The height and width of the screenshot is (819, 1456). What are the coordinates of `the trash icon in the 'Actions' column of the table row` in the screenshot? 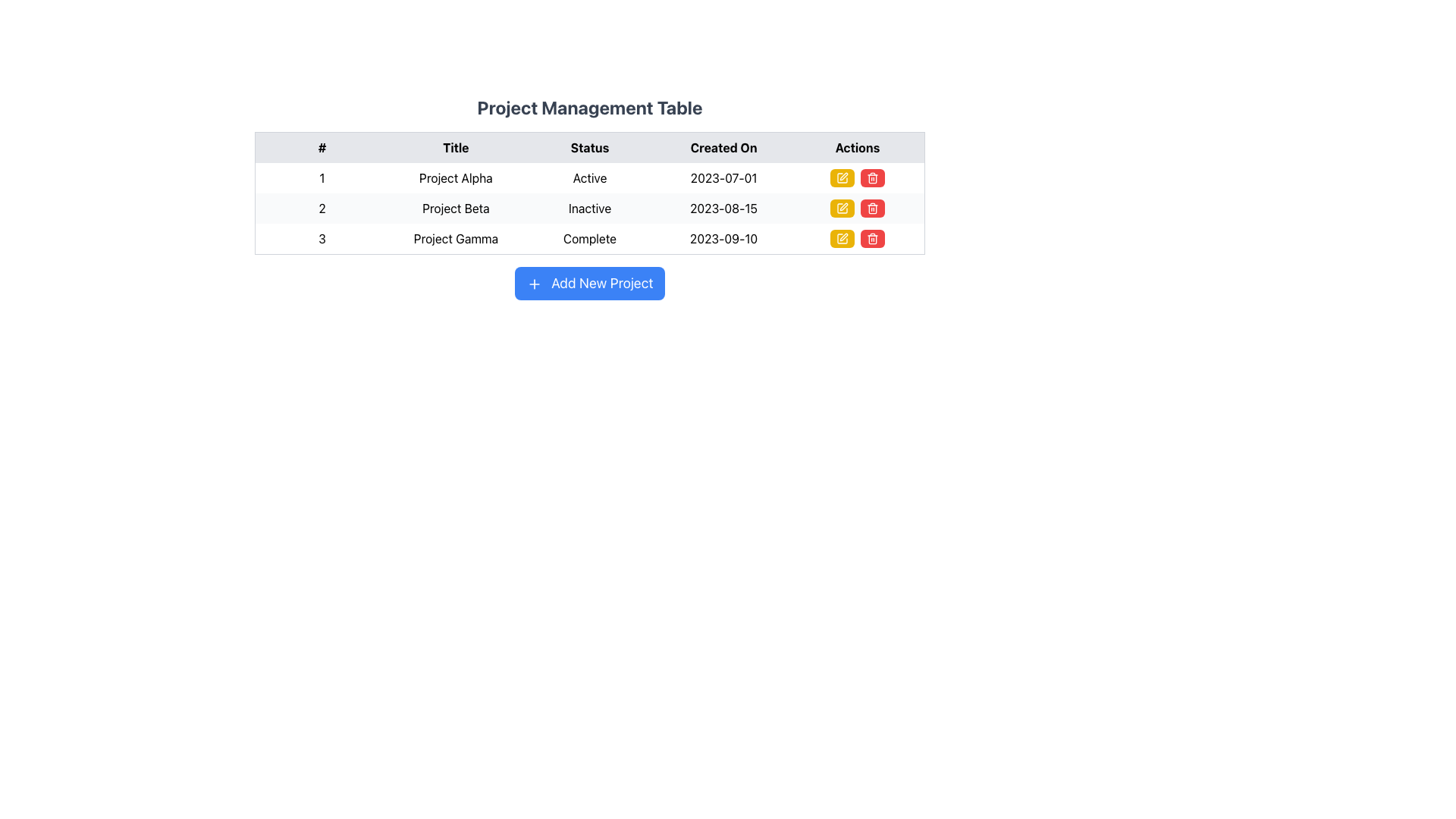 It's located at (872, 208).